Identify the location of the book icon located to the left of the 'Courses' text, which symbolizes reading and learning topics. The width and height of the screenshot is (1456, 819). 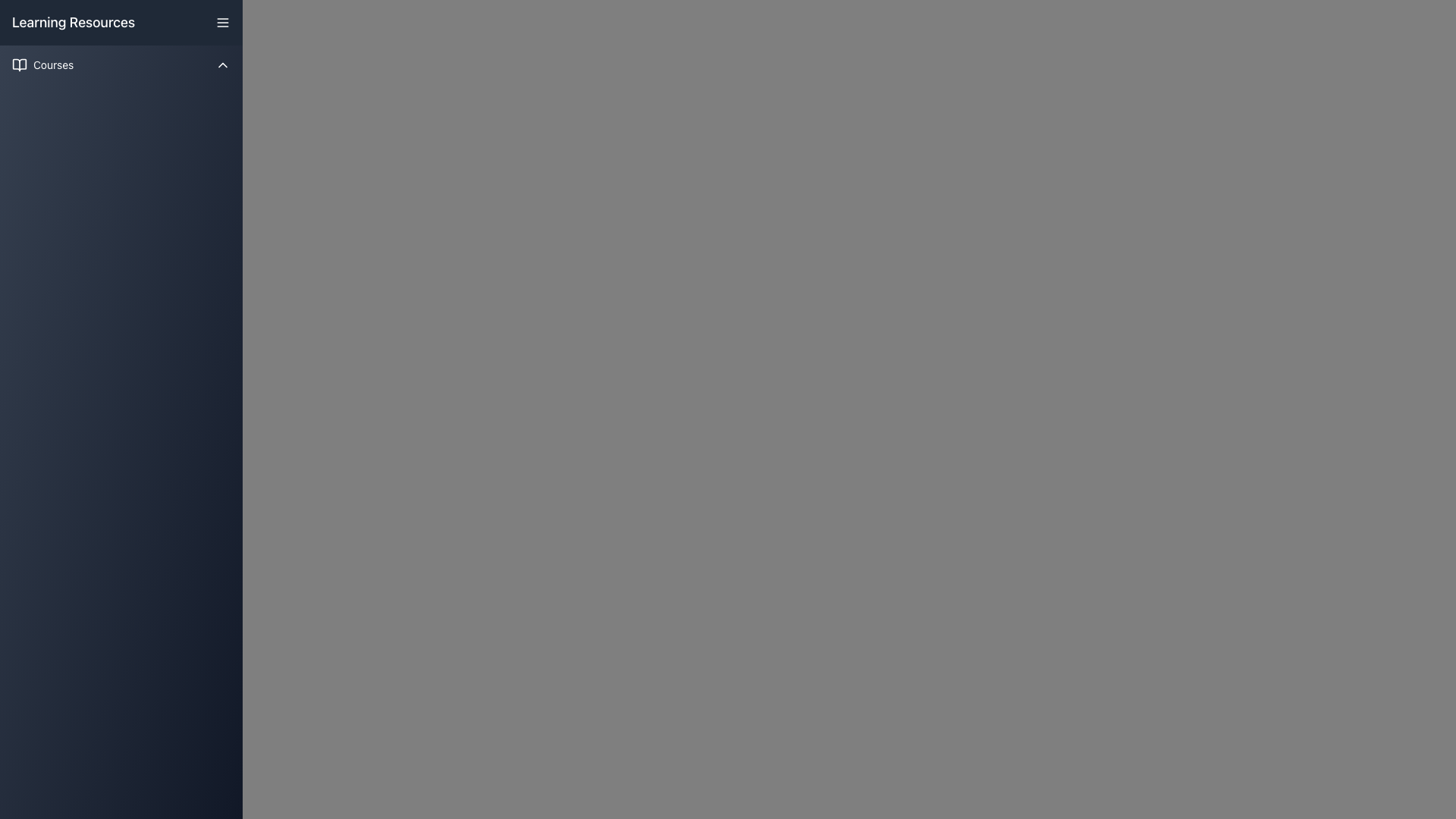
(19, 64).